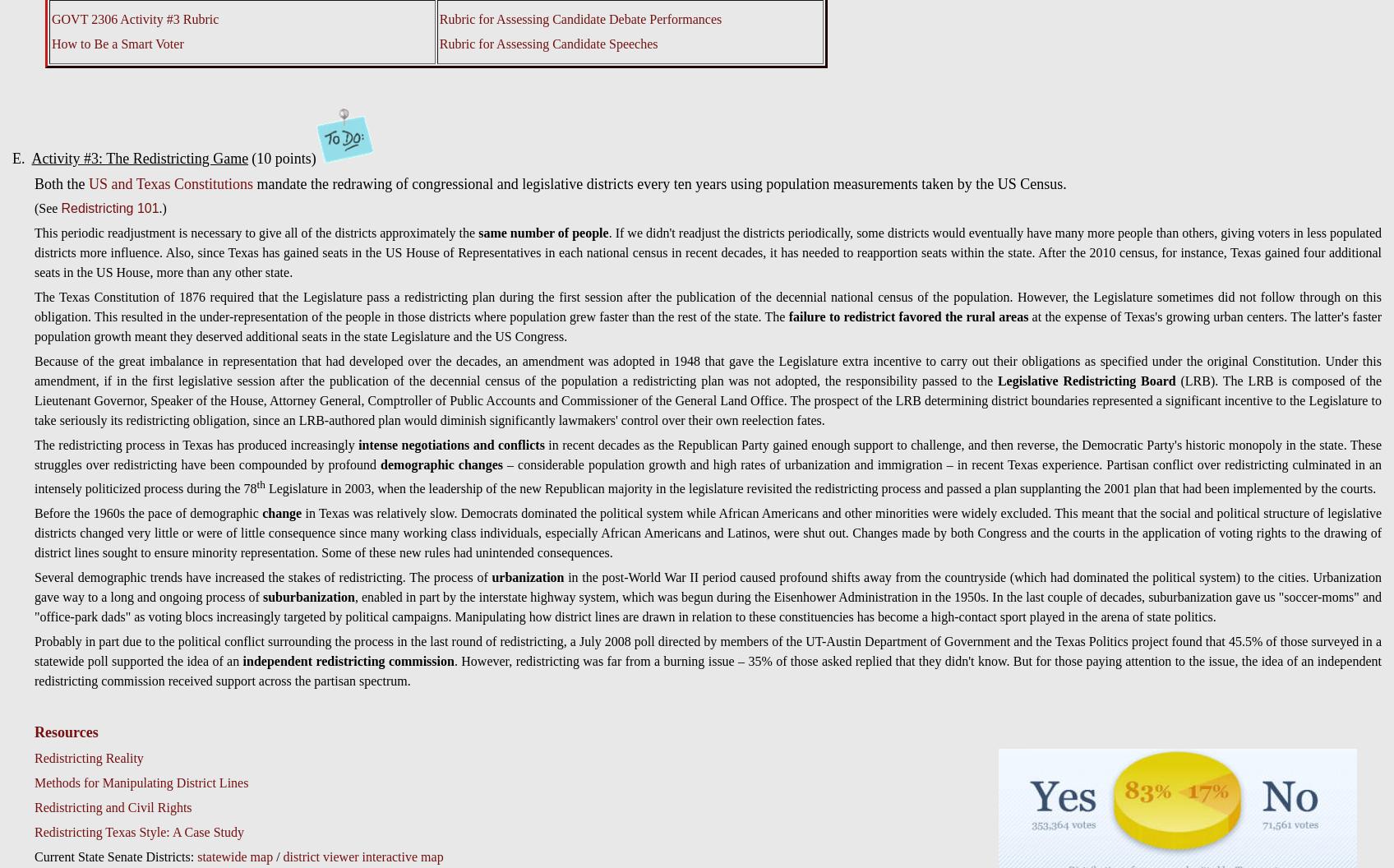  What do you see at coordinates (256, 233) in the screenshot?
I see `'This periodic readjustment is necessary to give all of the districts approximately the'` at bounding box center [256, 233].